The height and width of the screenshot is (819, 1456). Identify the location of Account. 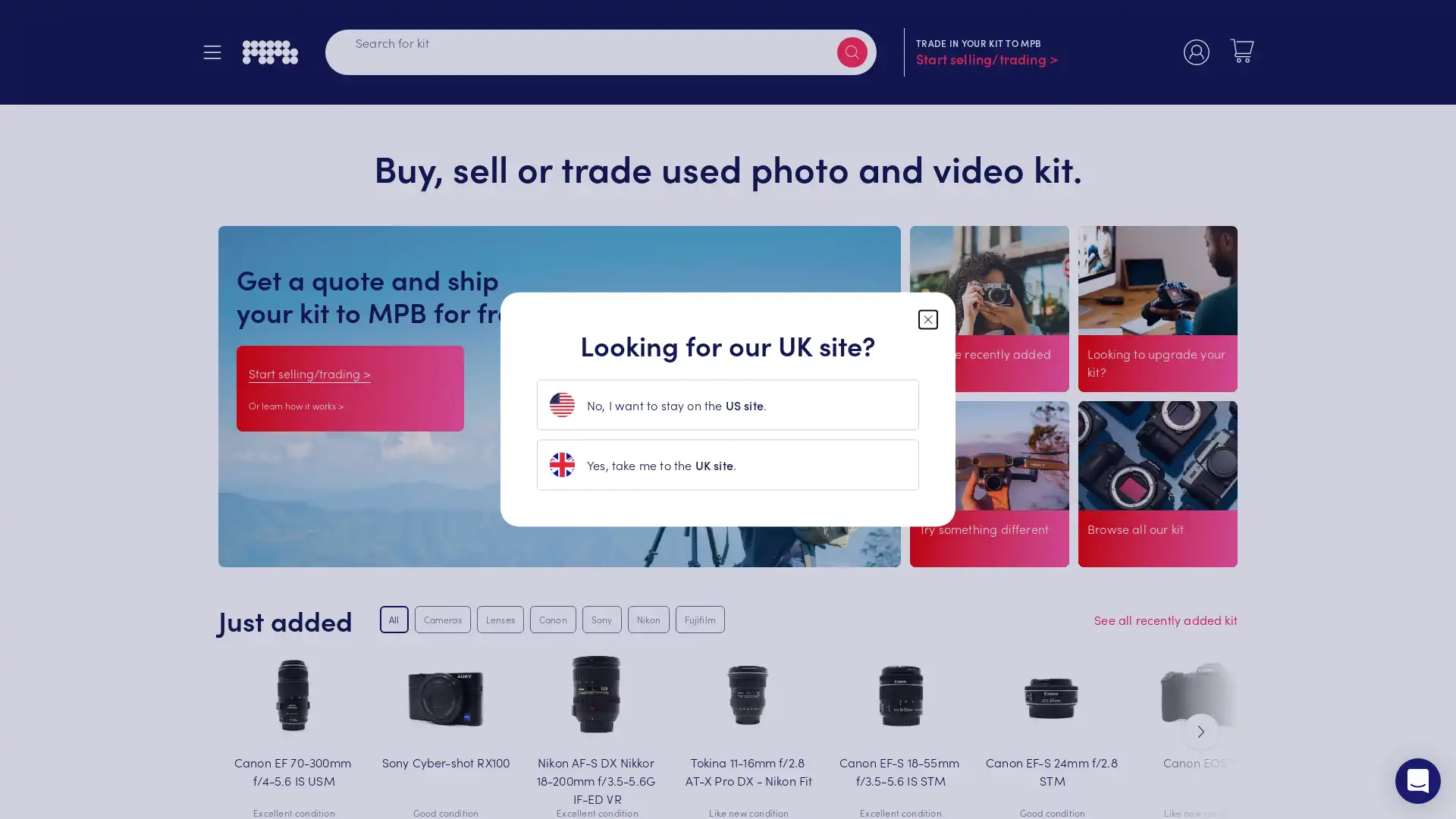
(1196, 54).